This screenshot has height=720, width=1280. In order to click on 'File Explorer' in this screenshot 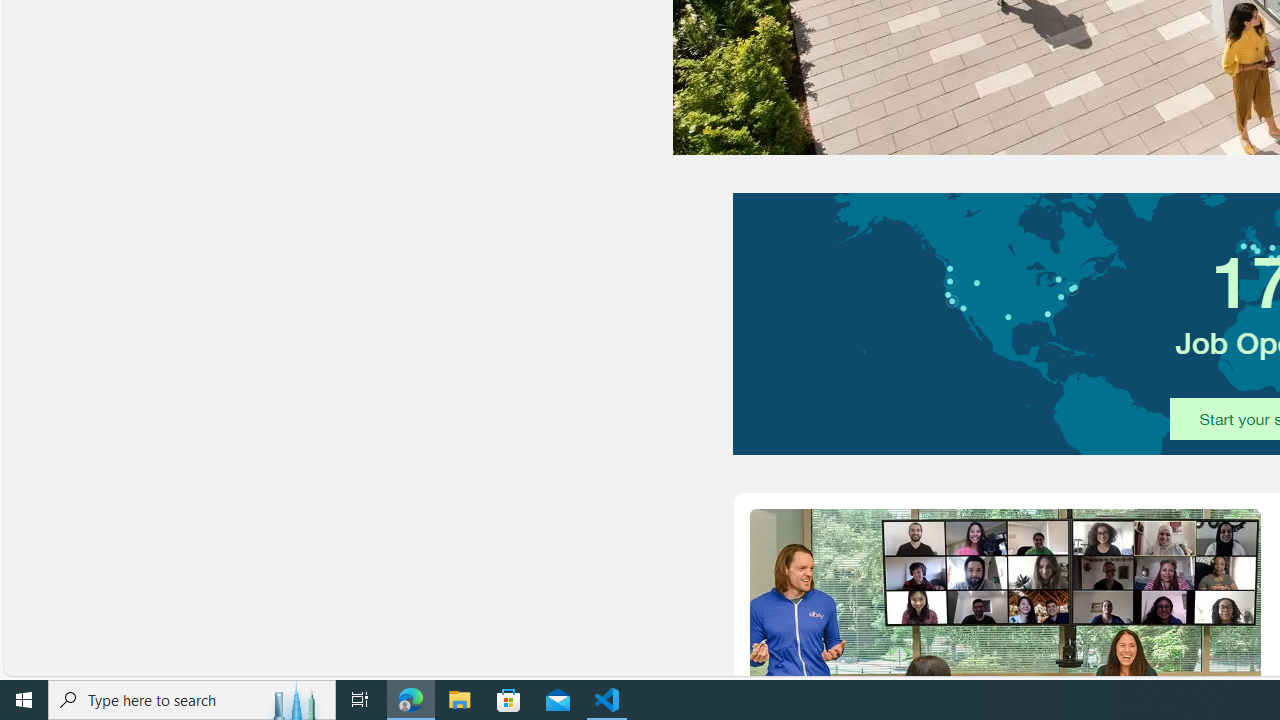, I will do `click(459, 698)`.